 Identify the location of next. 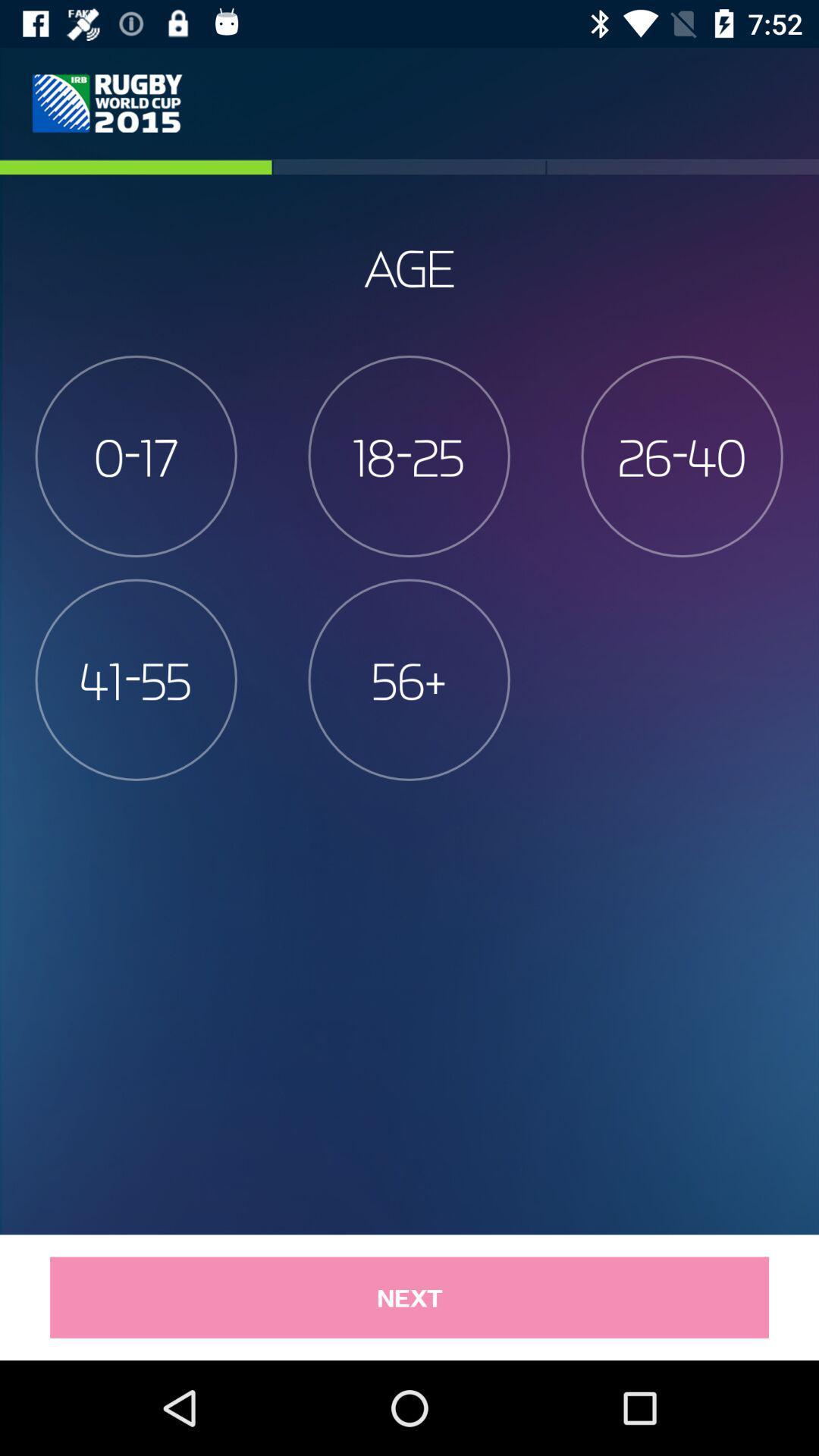
(409, 1297).